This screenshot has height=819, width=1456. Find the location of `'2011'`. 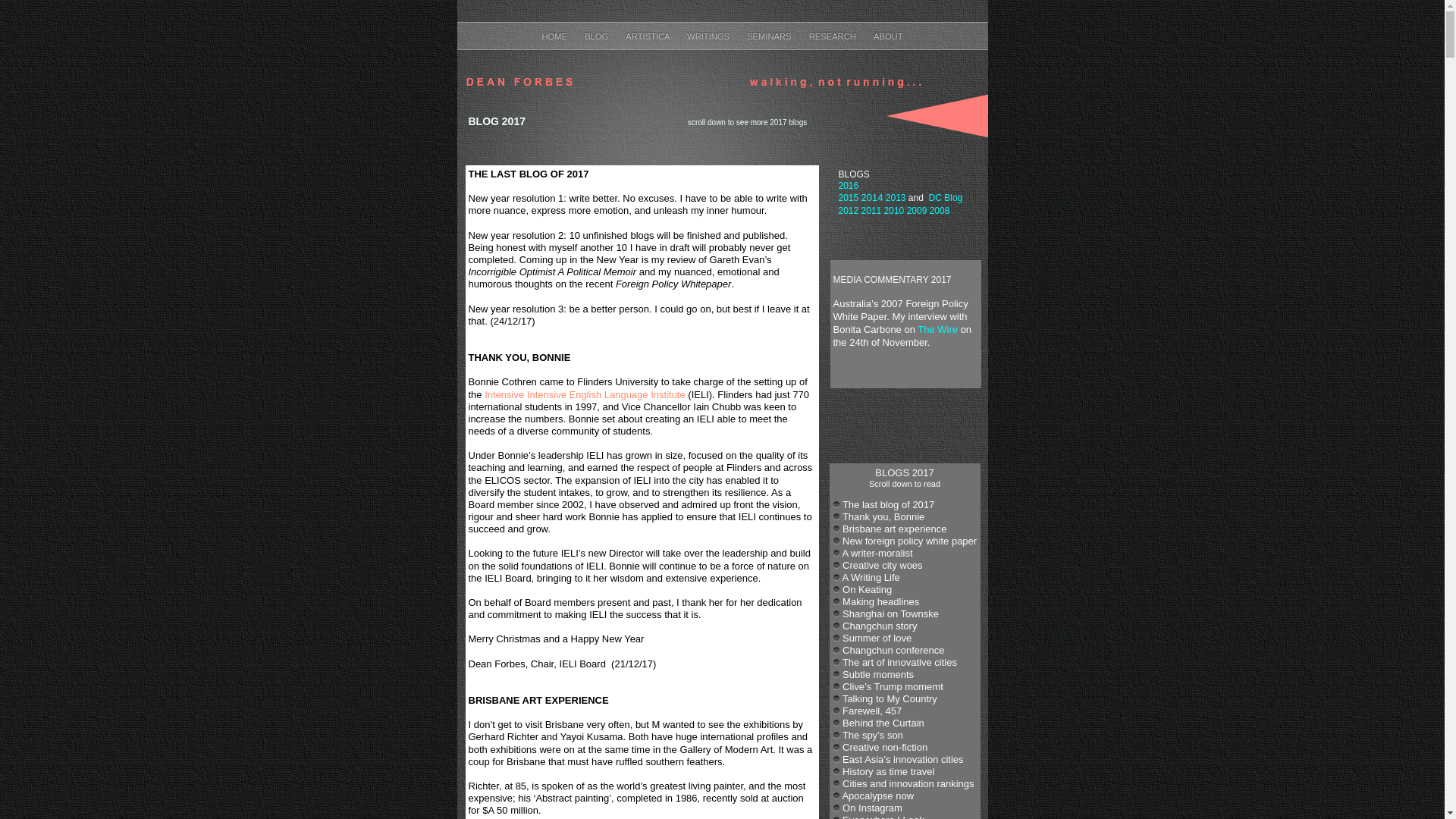

'2011' is located at coordinates (861, 210).